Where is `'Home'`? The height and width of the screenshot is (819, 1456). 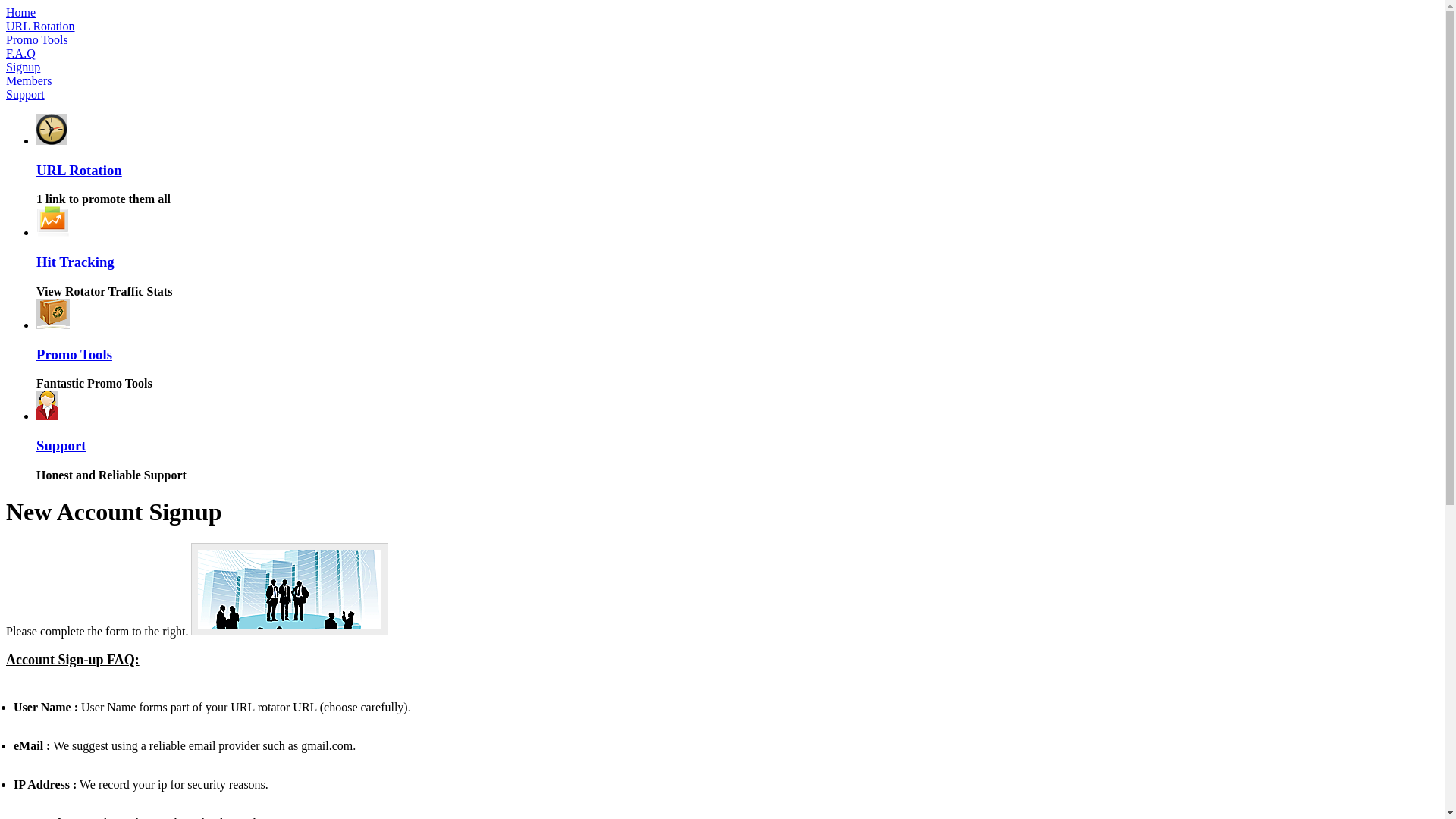
'Home' is located at coordinates (6, 12).